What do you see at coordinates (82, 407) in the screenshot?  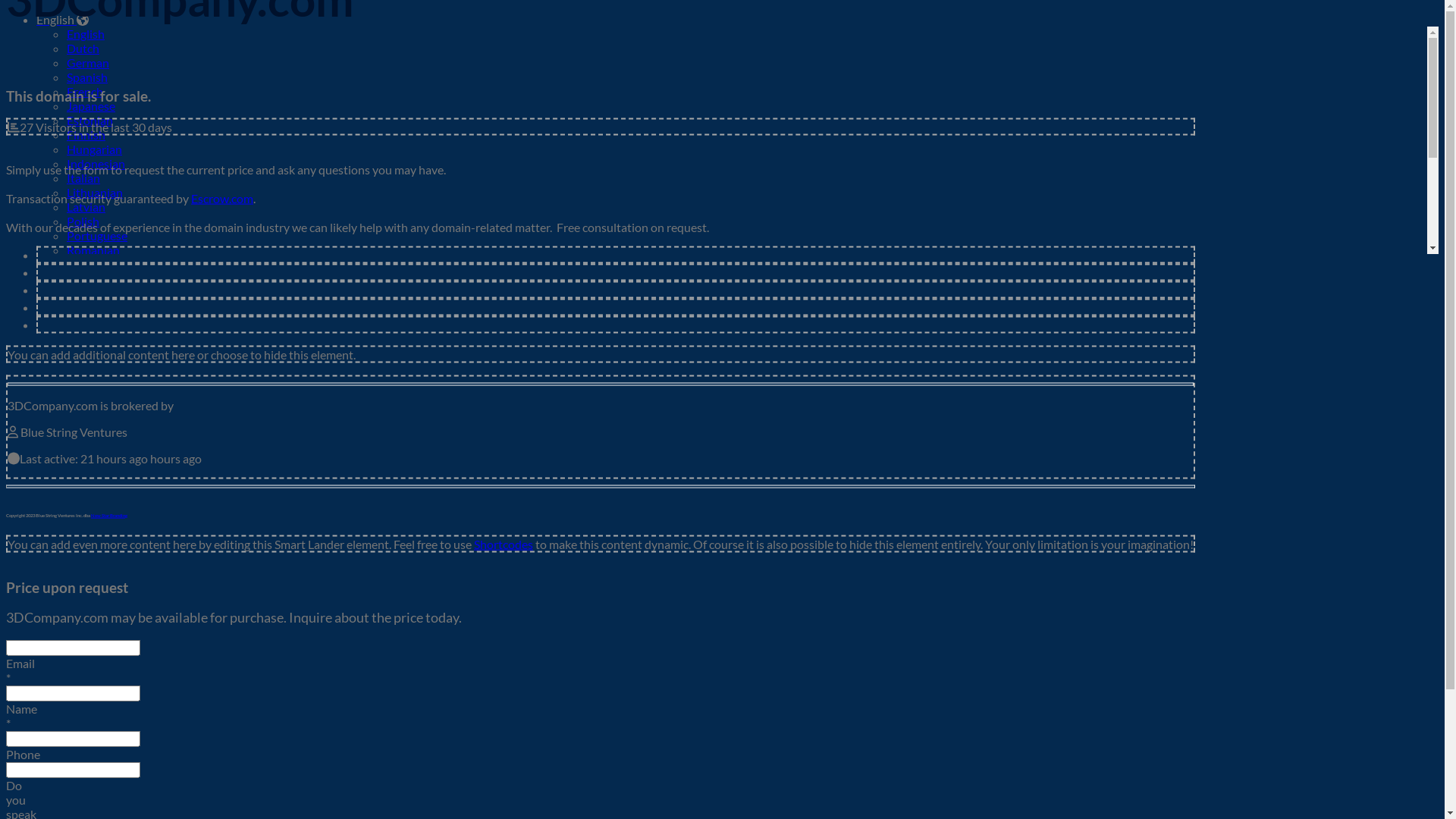 I see `'Greek'` at bounding box center [82, 407].